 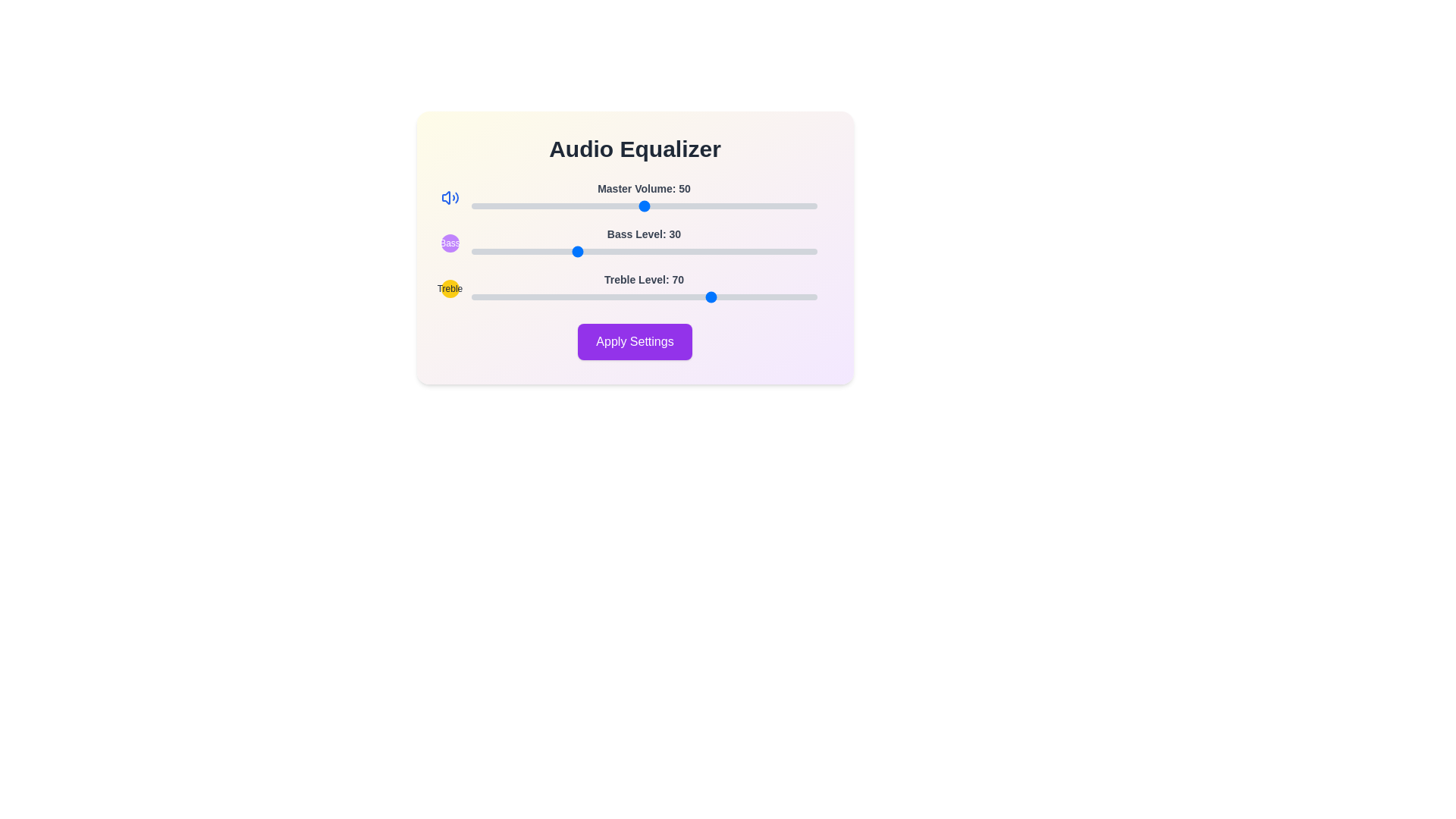 What do you see at coordinates (635, 342) in the screenshot?
I see `the button located at the bottom of the Audio Equalizer component` at bounding box center [635, 342].